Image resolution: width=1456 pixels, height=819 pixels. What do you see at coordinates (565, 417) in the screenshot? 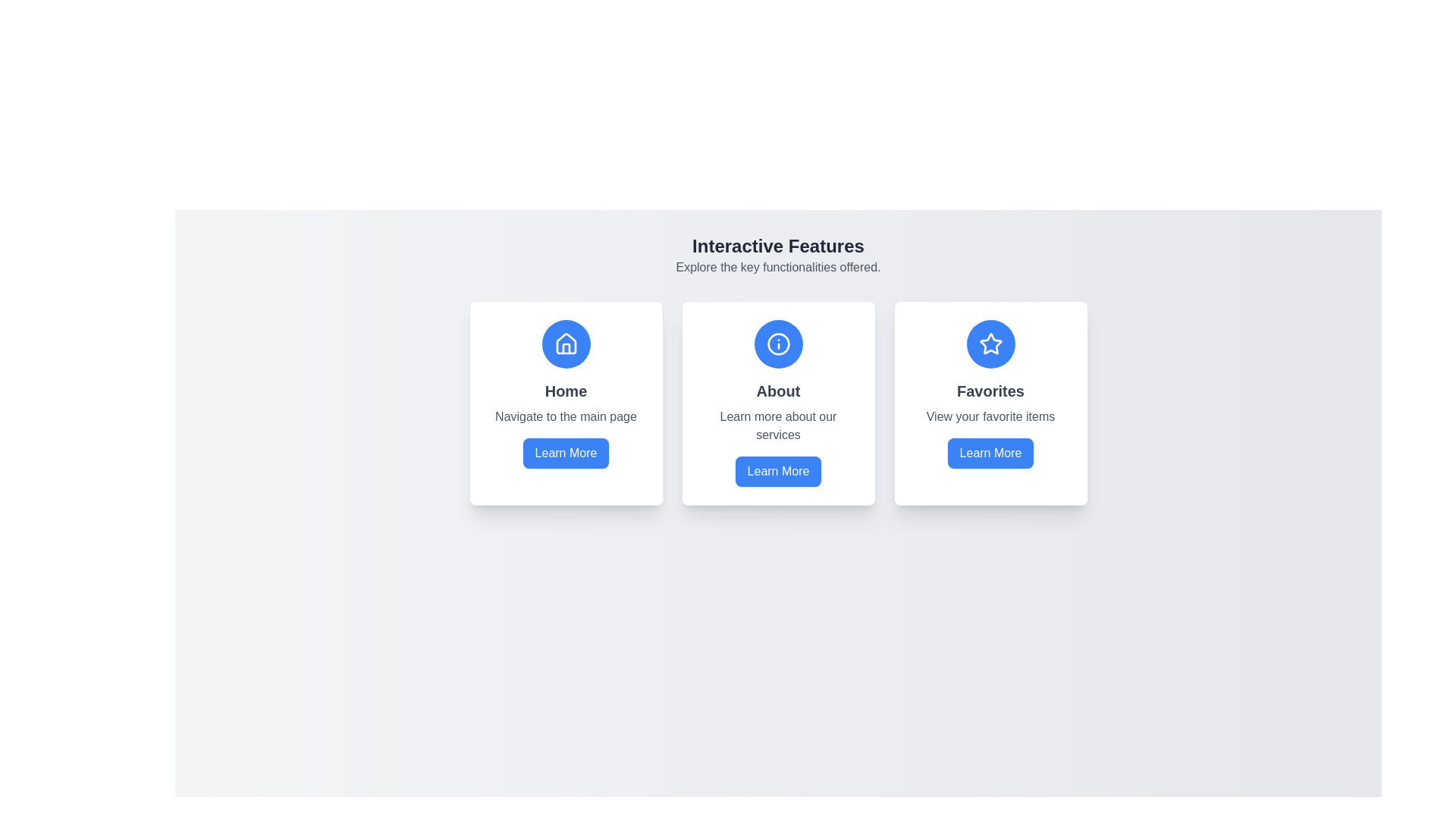
I see `the Text Label that provides navigation instructions, located below the 'Home' title and above the 'Learn More' button in the left card of the three-card layout` at bounding box center [565, 417].